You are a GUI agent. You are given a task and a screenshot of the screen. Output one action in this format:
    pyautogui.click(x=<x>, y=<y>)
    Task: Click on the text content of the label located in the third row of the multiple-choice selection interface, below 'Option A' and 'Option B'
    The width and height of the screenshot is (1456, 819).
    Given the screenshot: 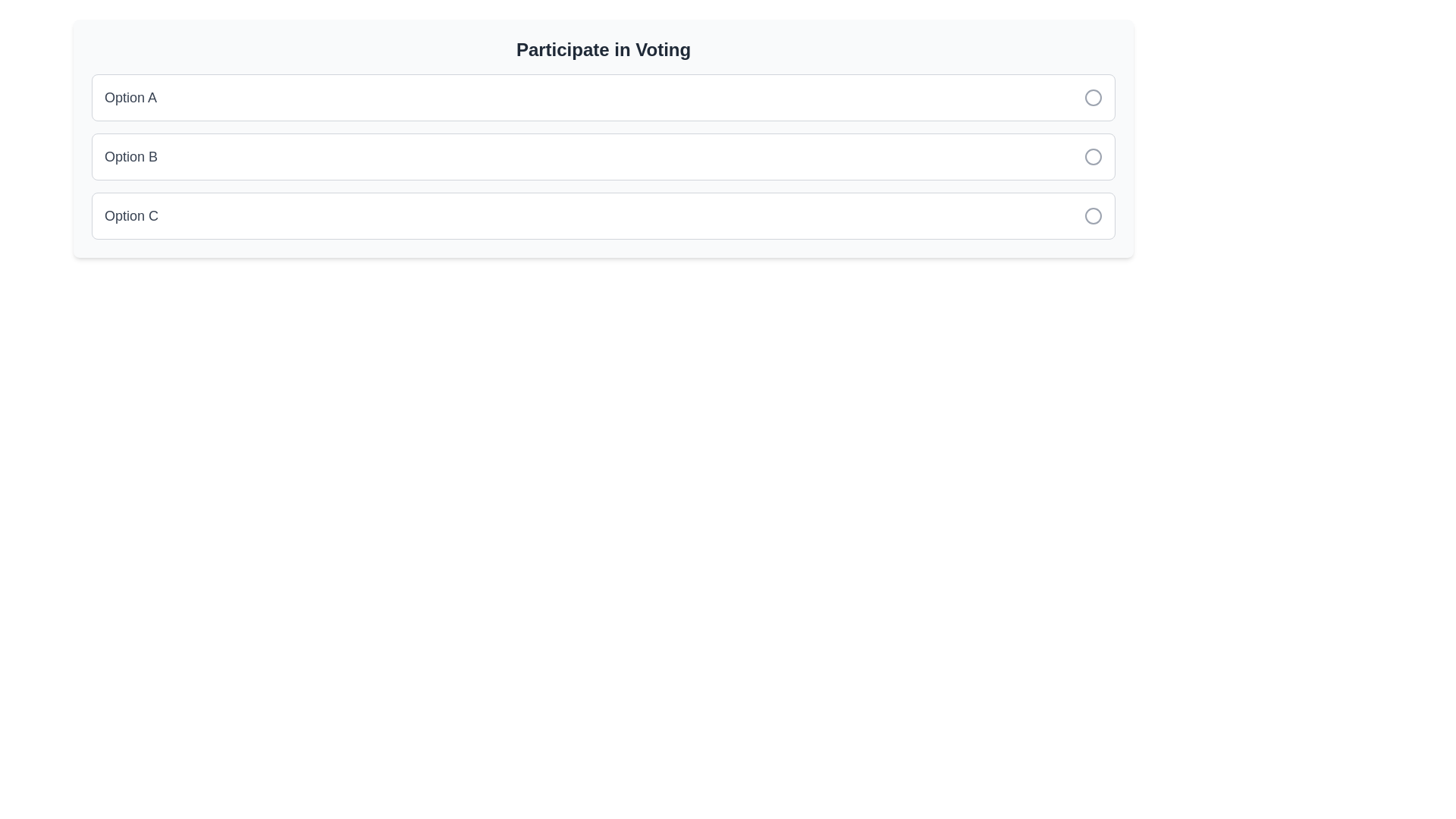 What is the action you would take?
    pyautogui.click(x=131, y=216)
    